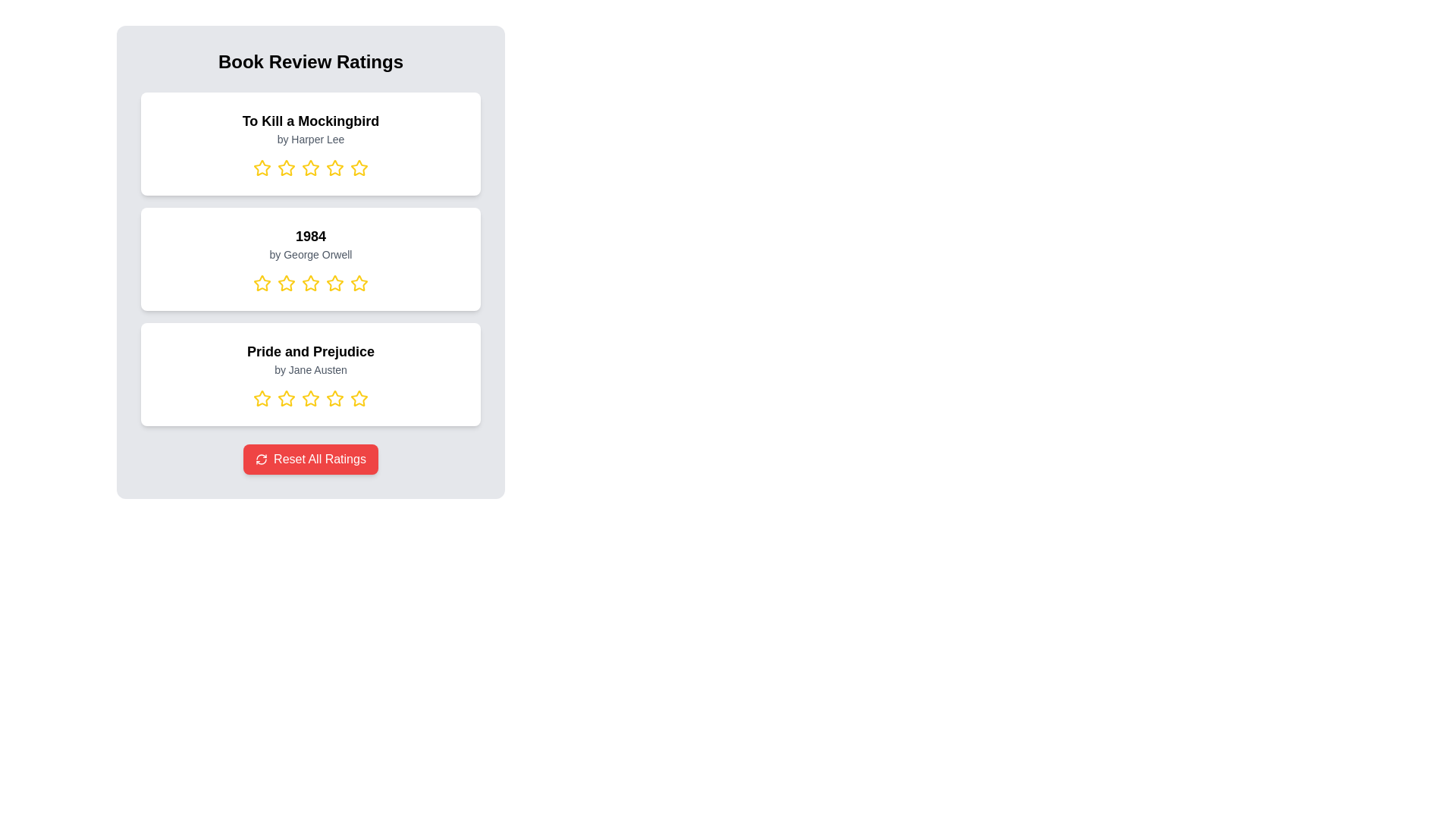 This screenshot has height=819, width=1456. Describe the element at coordinates (262, 284) in the screenshot. I see `the rating for a book by selecting 1 stars for the book titled 1984` at that location.